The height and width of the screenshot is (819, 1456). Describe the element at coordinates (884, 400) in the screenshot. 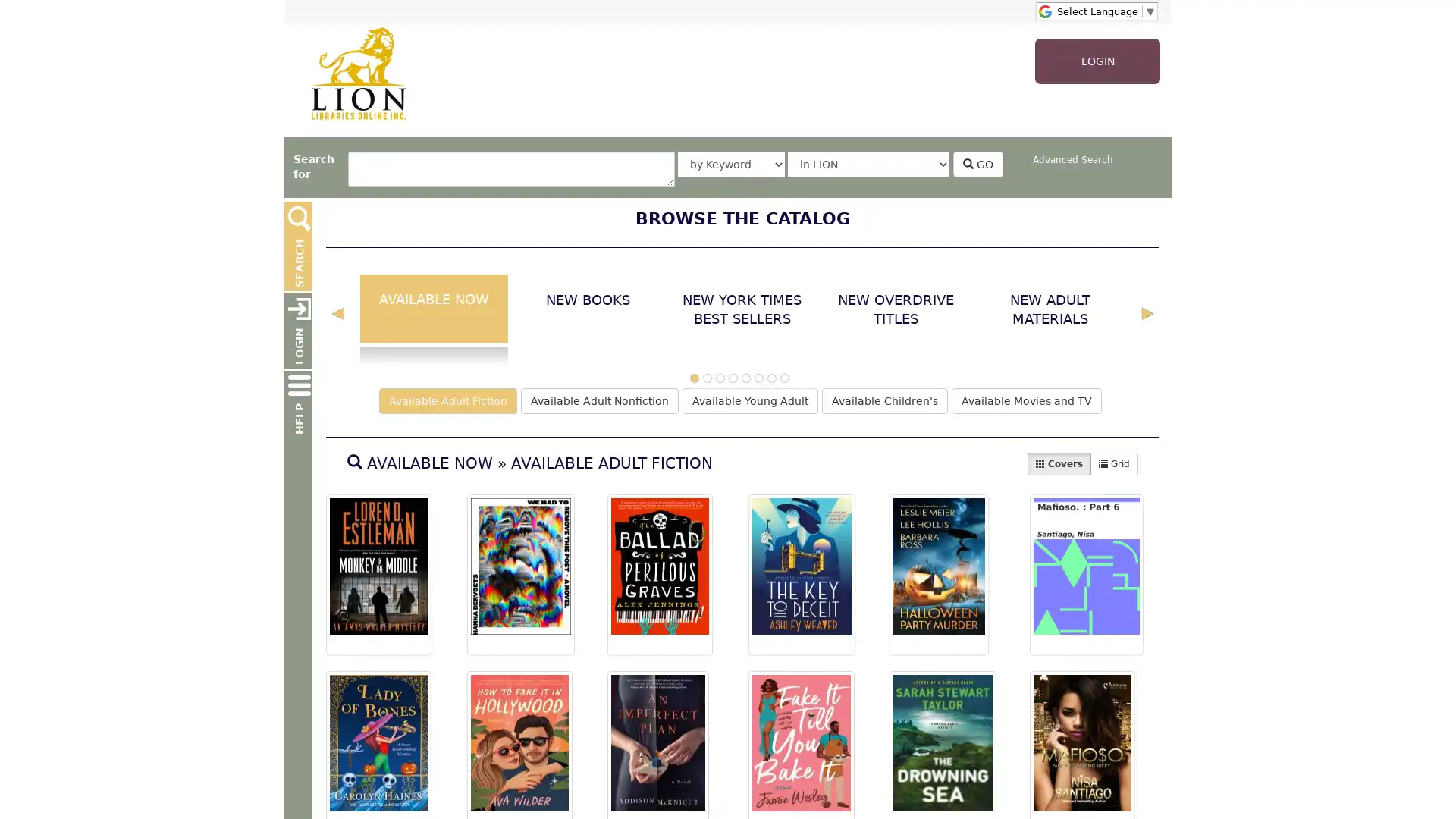

I see `Available Children's` at that location.